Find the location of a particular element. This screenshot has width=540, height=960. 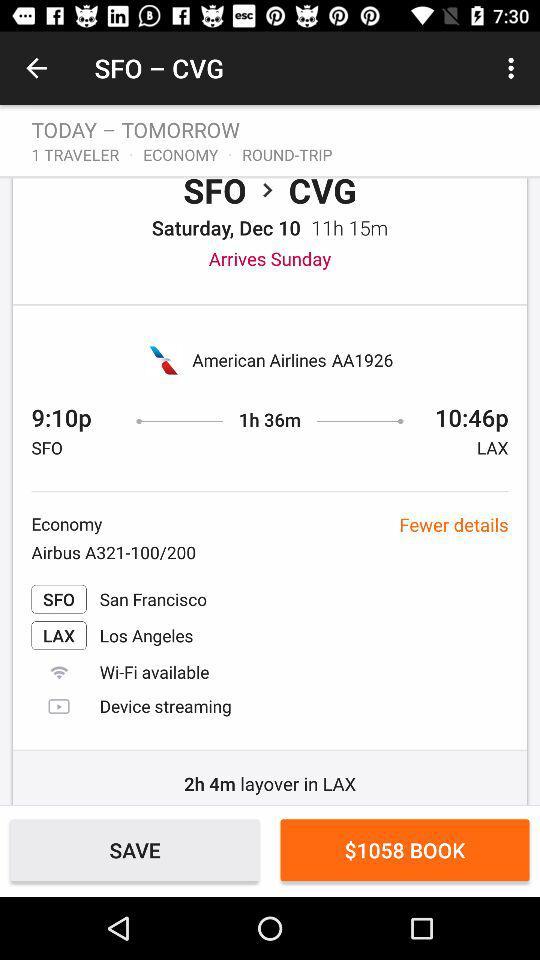

the save item is located at coordinates (135, 849).